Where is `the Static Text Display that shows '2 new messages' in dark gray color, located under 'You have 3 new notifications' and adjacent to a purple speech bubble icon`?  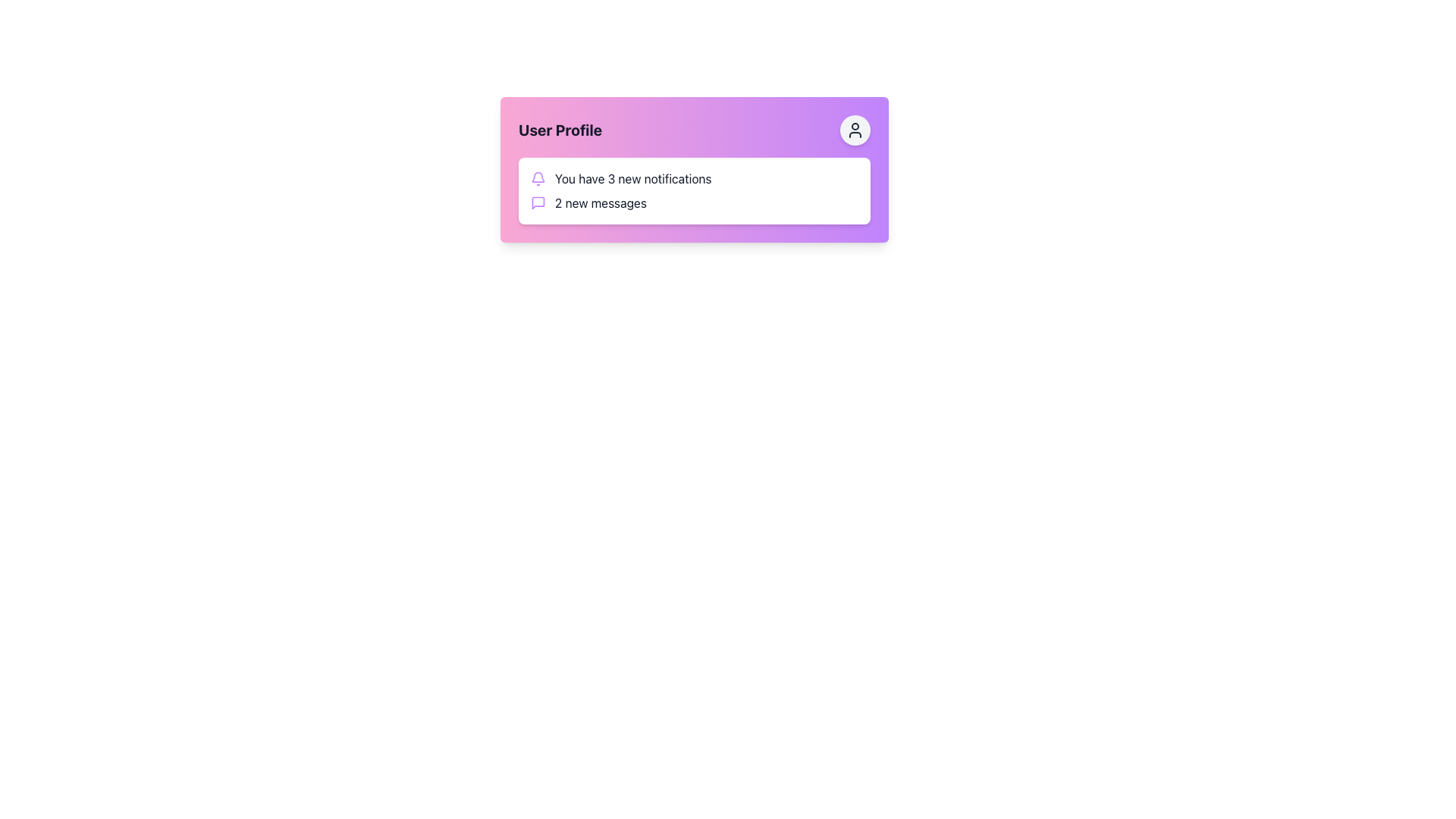 the Static Text Display that shows '2 new messages' in dark gray color, located under 'You have 3 new notifications' and adjacent to a purple speech bubble icon is located at coordinates (600, 202).